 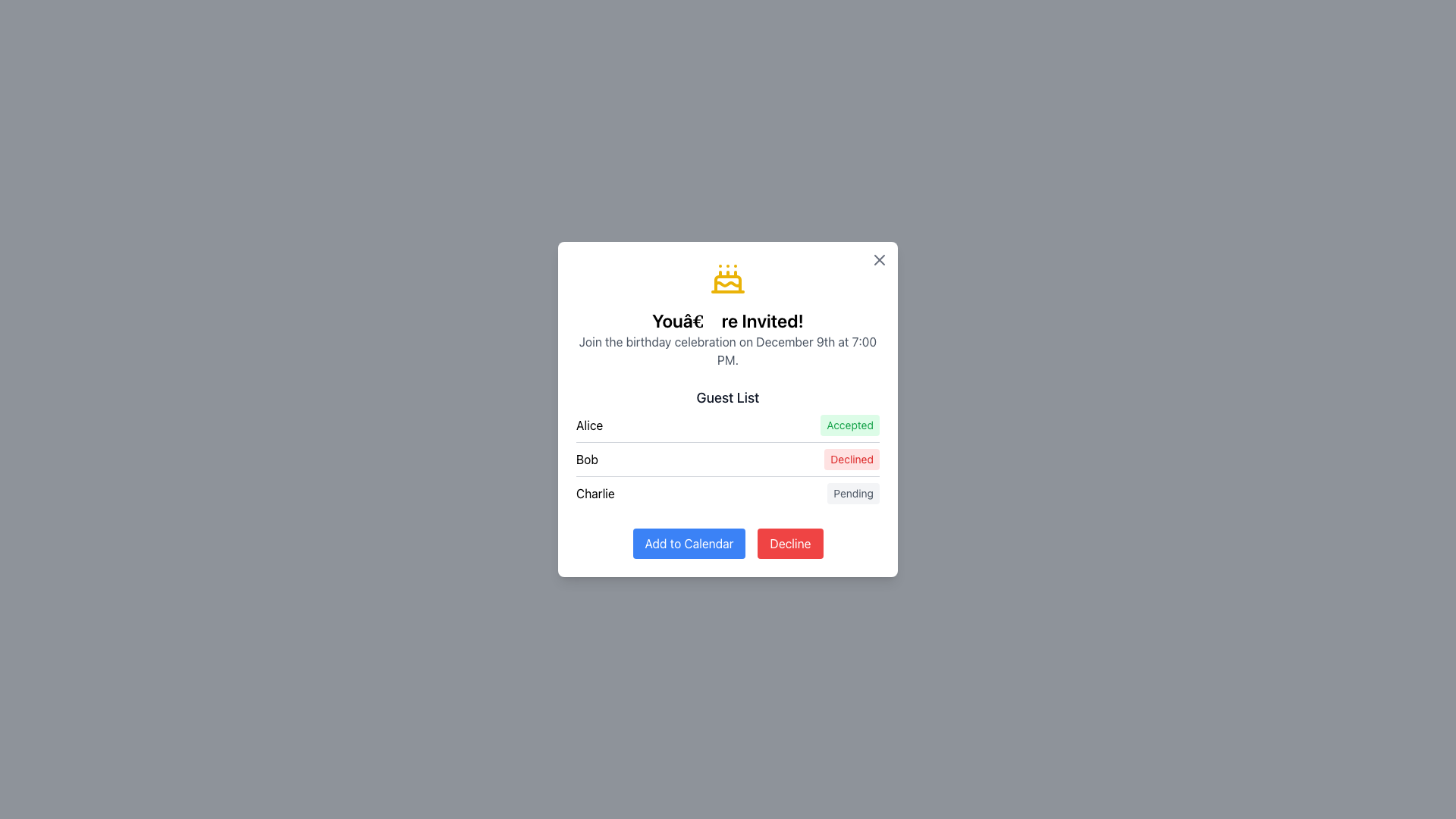 I want to click on the Text Label that serves as a header for the list of names and statuses, positioned at the top of the list section, so click(x=728, y=397).